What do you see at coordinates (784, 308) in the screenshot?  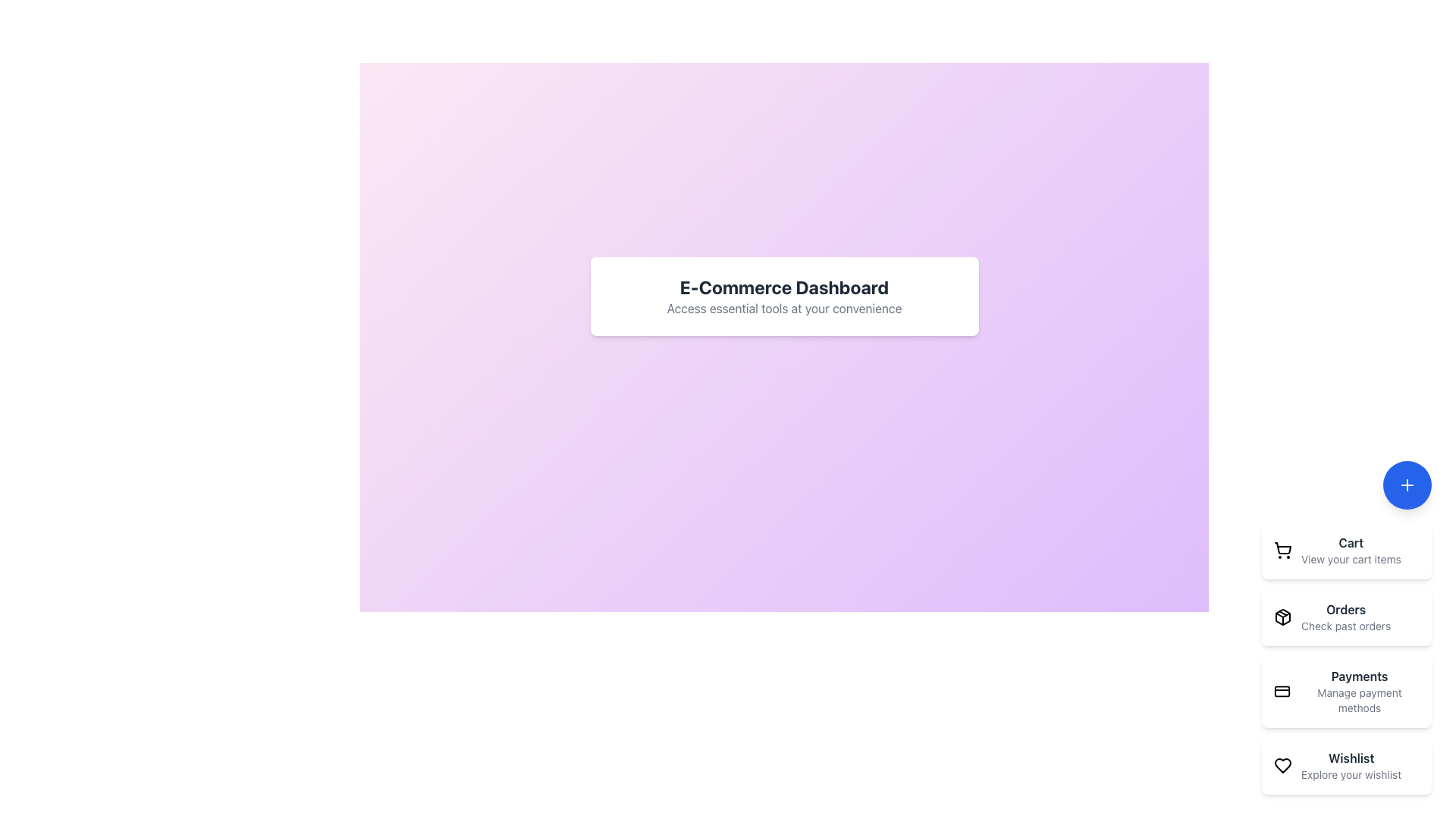 I see `supporting text label that says 'Access essential tools at your convenience,' located below the header 'E-Commerce Dashboard' in a smaller gray font` at bounding box center [784, 308].